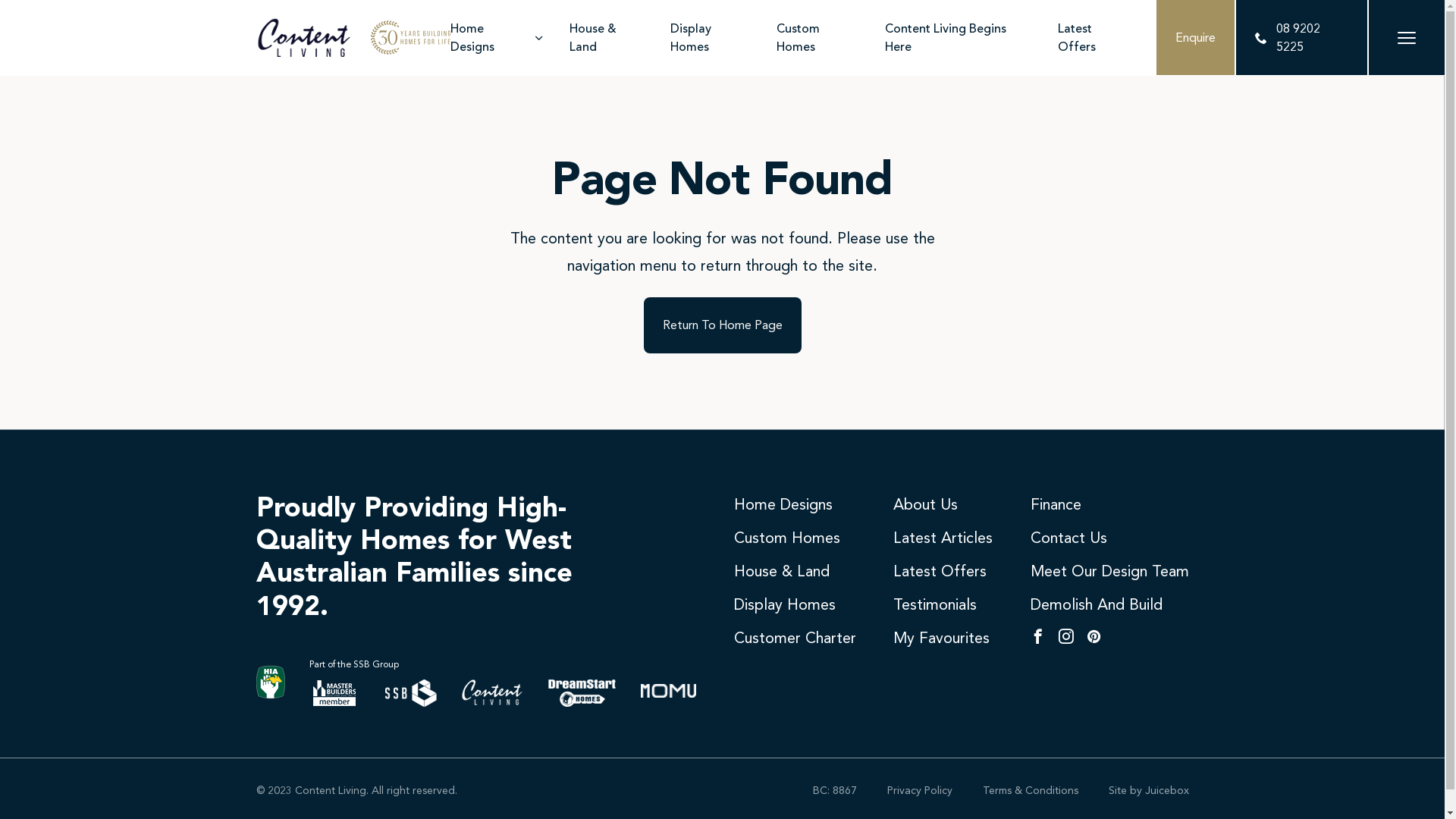 Image resolution: width=1456 pixels, height=819 pixels. Describe the element at coordinates (1149, 789) in the screenshot. I see `'Site by Juicebox'` at that location.